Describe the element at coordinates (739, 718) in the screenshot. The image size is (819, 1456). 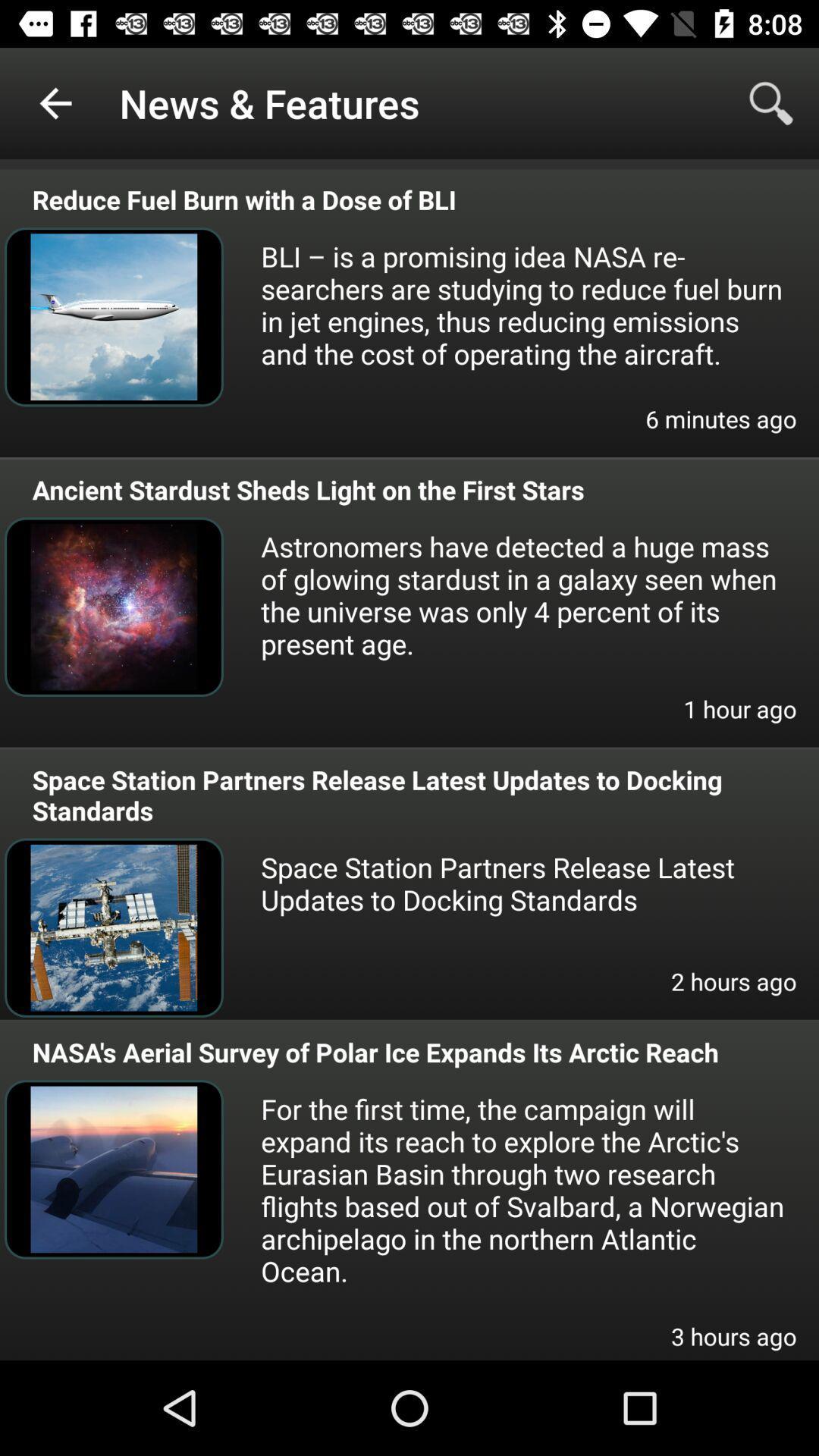
I see `1 hour ago icon` at that location.